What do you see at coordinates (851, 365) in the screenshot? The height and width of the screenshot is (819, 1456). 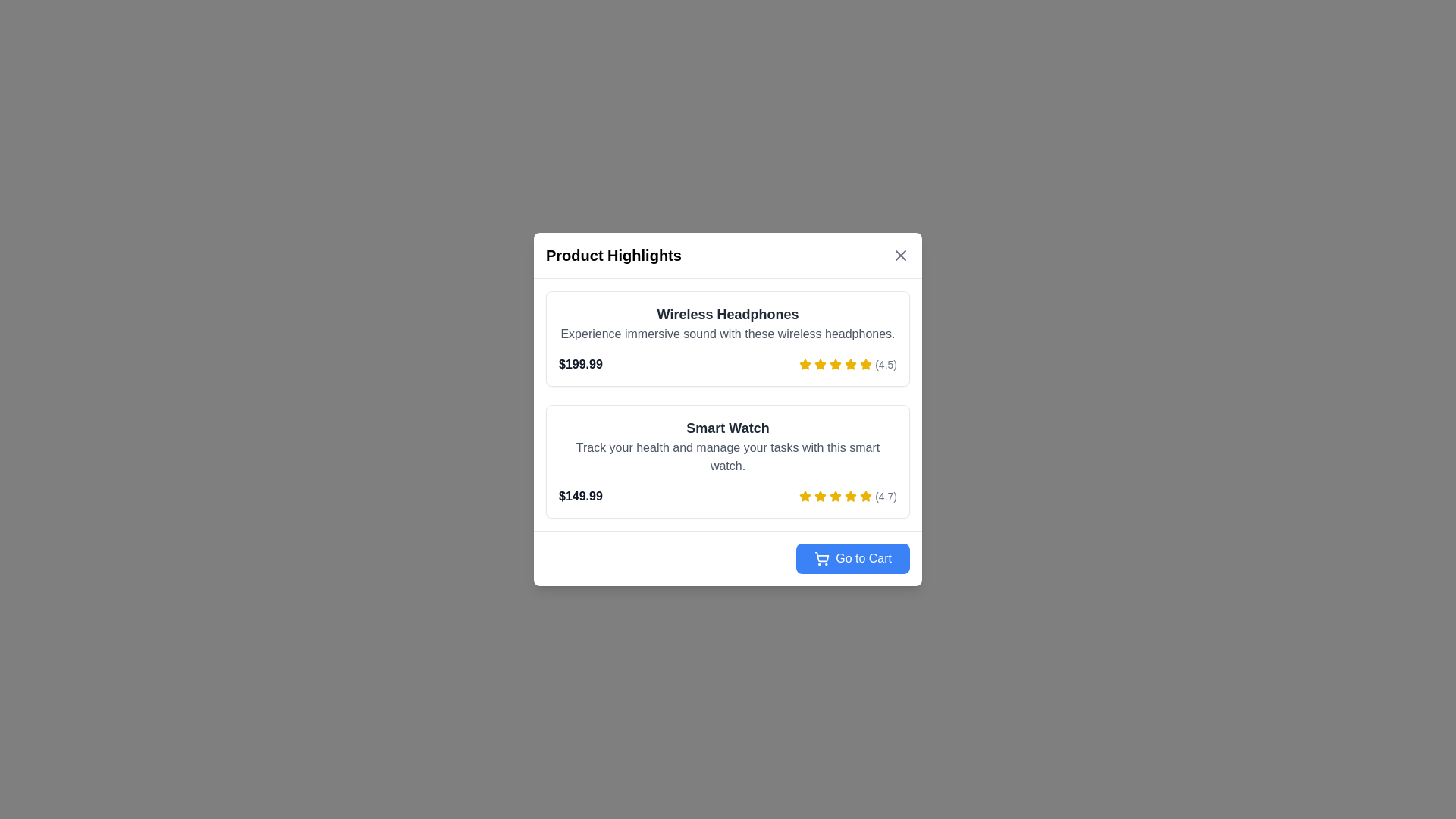 I see `the yellow star icon representing the fifth star in the five-star rating system for 'Wireless Headphones'` at bounding box center [851, 365].